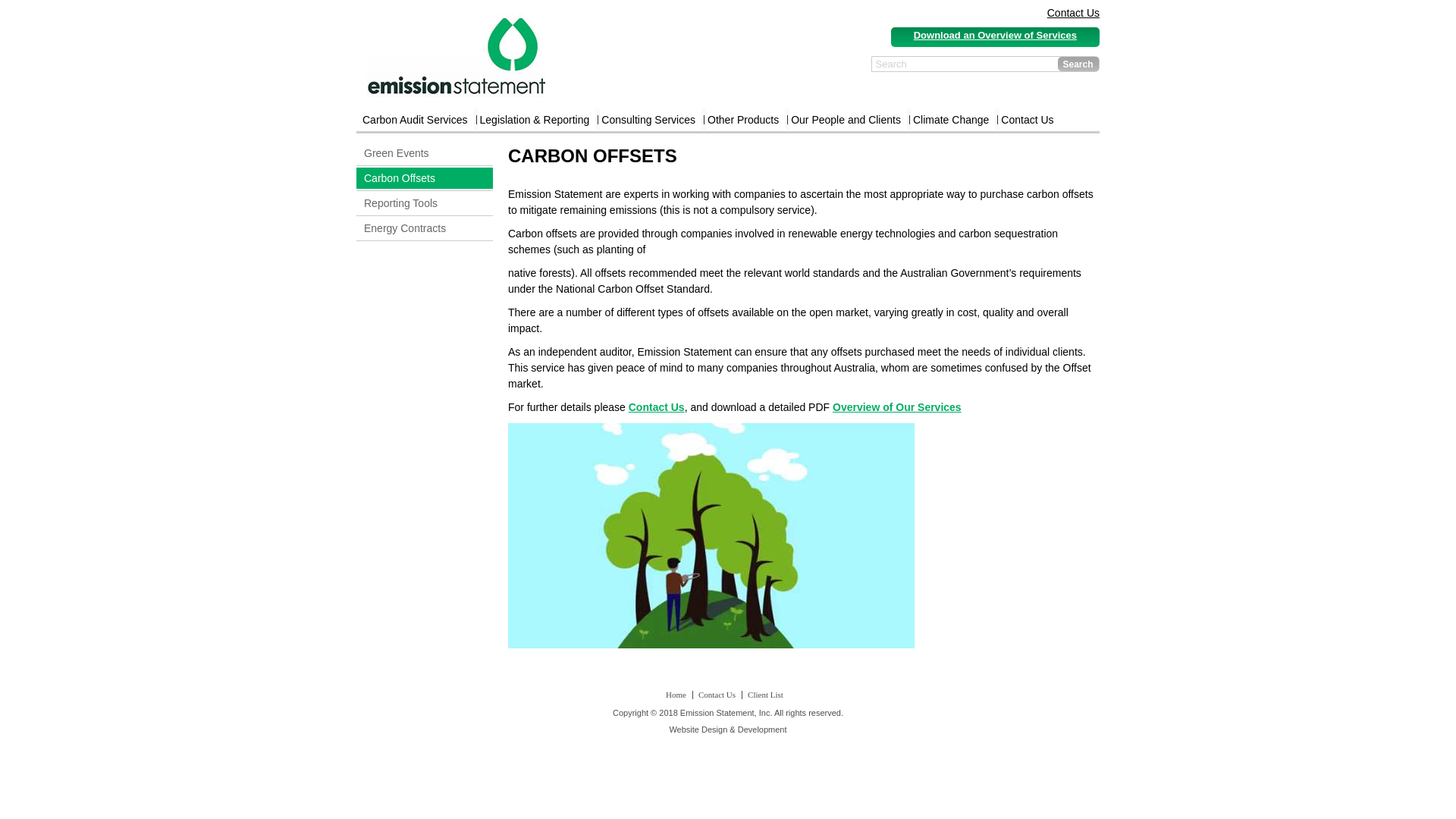 The height and width of the screenshot is (819, 1456). What do you see at coordinates (1076, 63) in the screenshot?
I see `'Search'` at bounding box center [1076, 63].